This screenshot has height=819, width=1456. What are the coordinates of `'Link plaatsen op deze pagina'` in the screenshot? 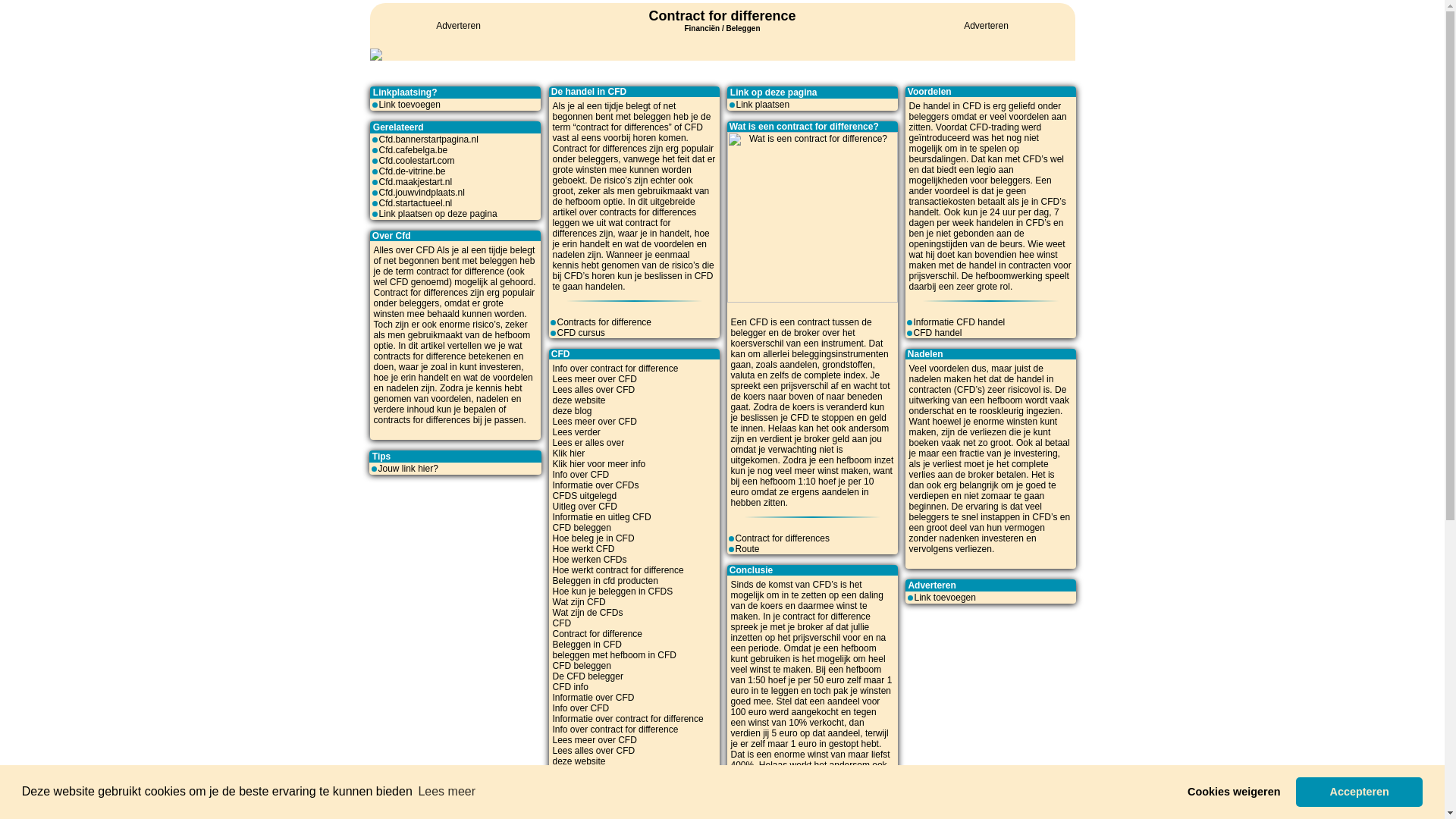 It's located at (437, 213).